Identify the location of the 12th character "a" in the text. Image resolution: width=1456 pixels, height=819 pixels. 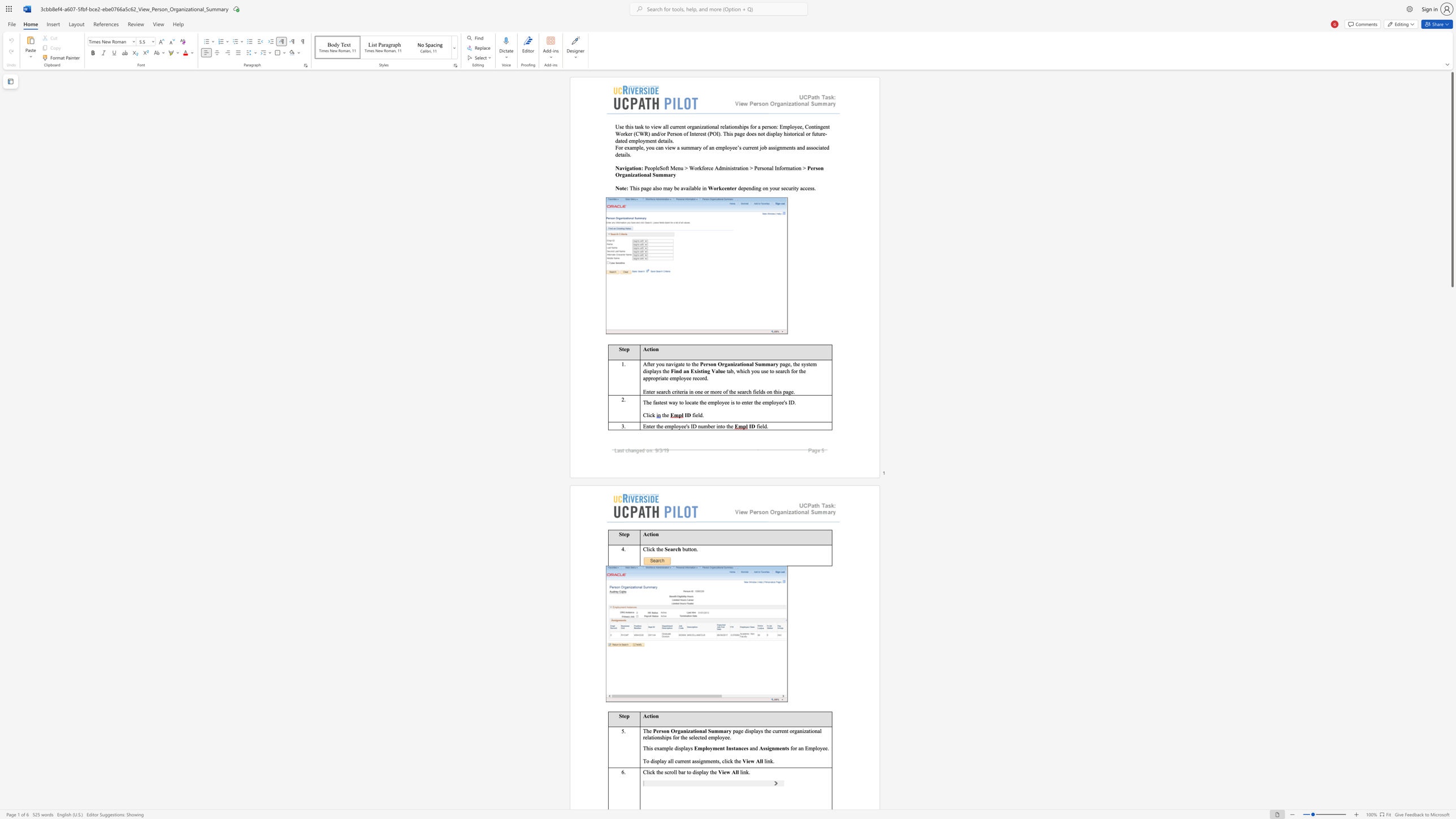
(619, 140).